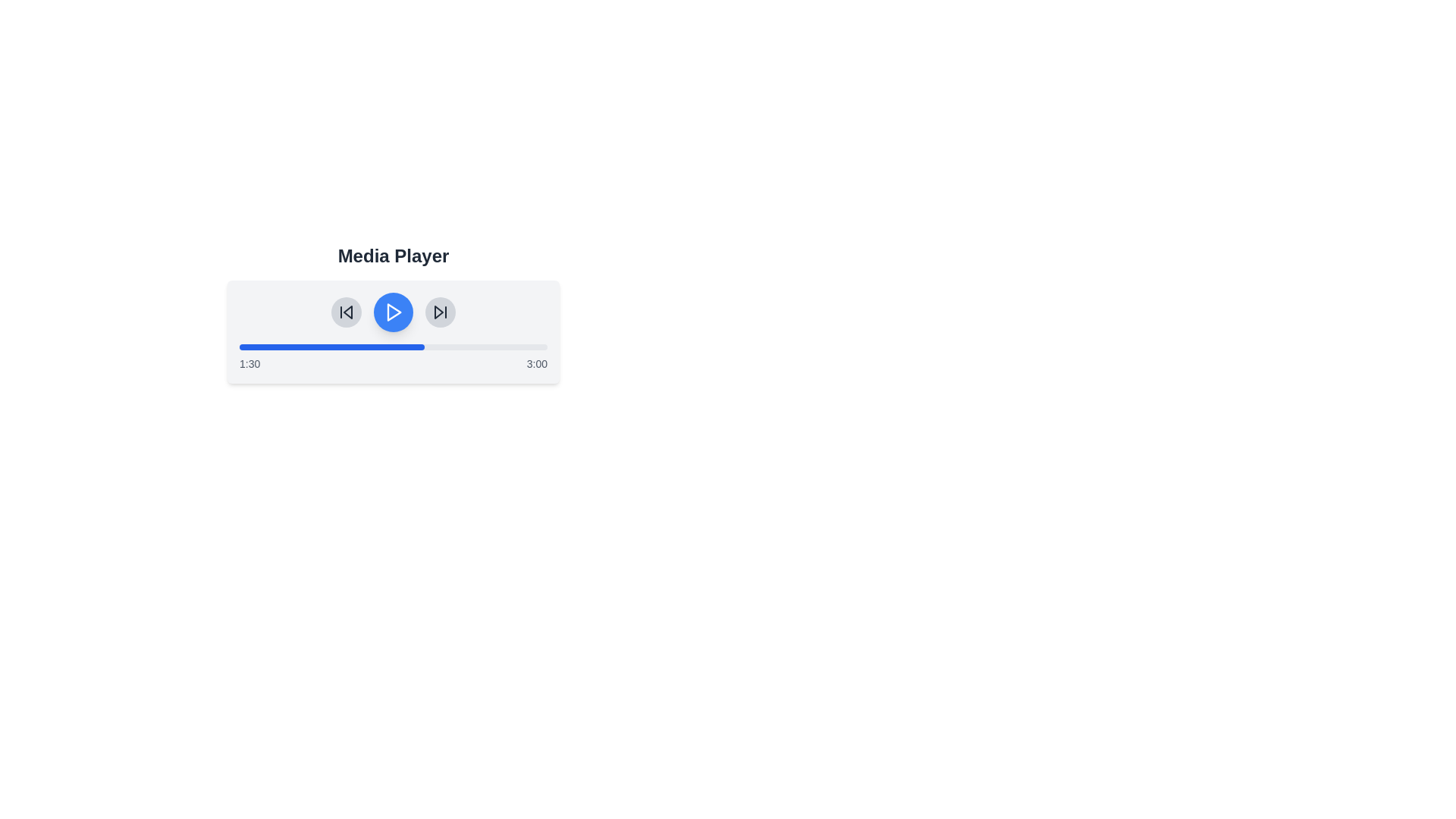  What do you see at coordinates (331, 347) in the screenshot?
I see `the visually distinct progress bar segment, which is a horizontally elongated blue rectangle with rounded ends, indicating approximately 60% progress in the media player interface` at bounding box center [331, 347].